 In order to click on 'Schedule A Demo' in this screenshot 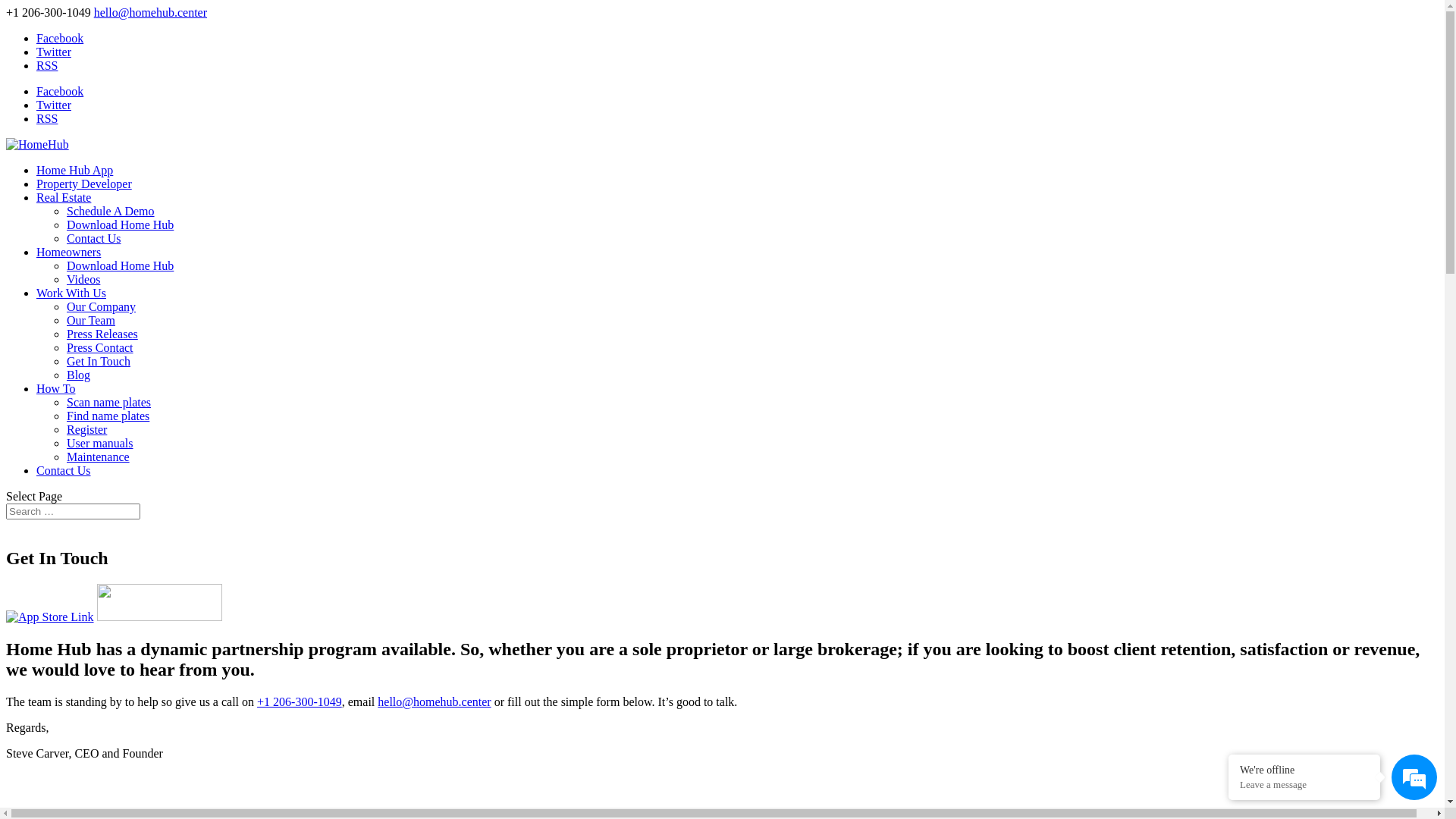, I will do `click(109, 211)`.